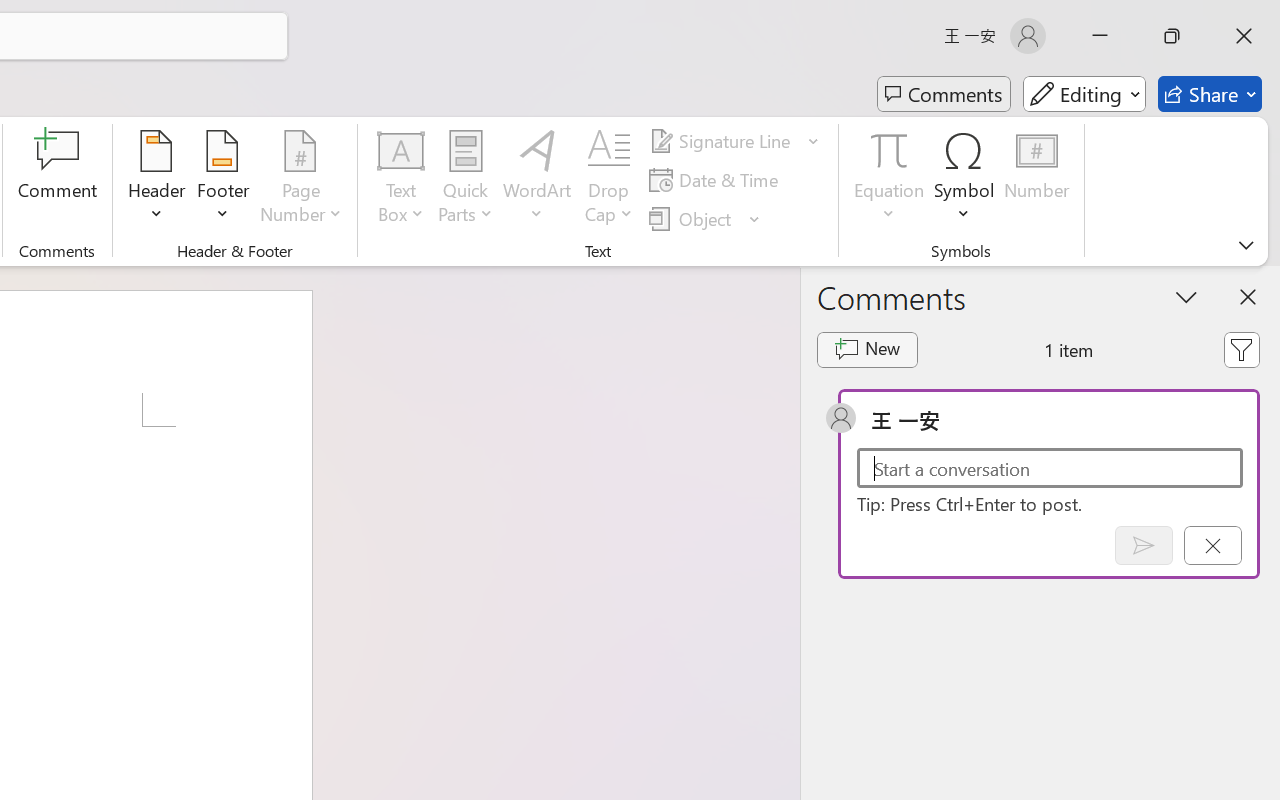 Image resolution: width=1280 pixels, height=800 pixels. I want to click on 'Start a conversation', so click(1049, 468).